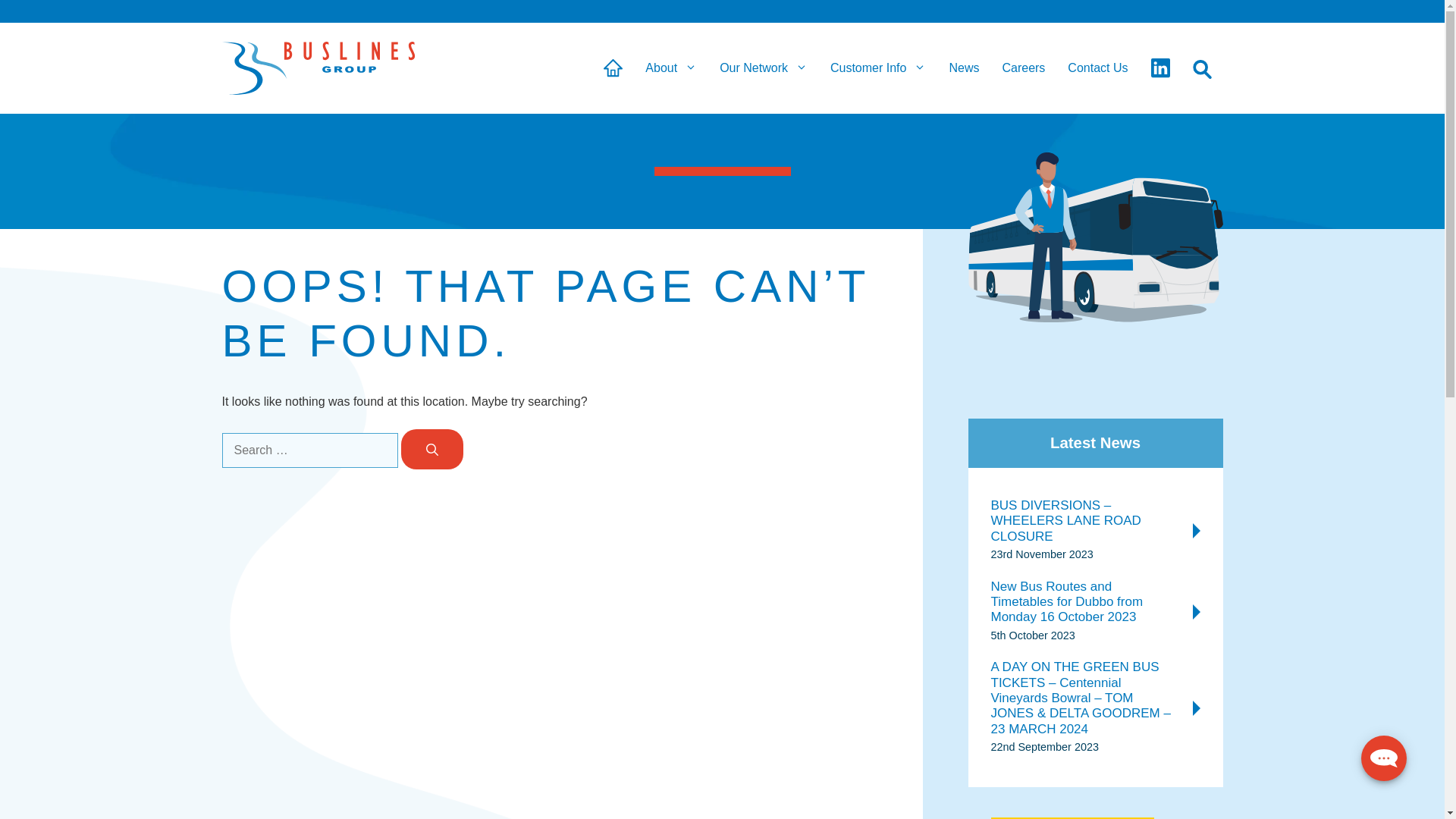 This screenshot has height=819, width=1456. Describe the element at coordinates (1097, 67) in the screenshot. I see `'Contact Us'` at that location.